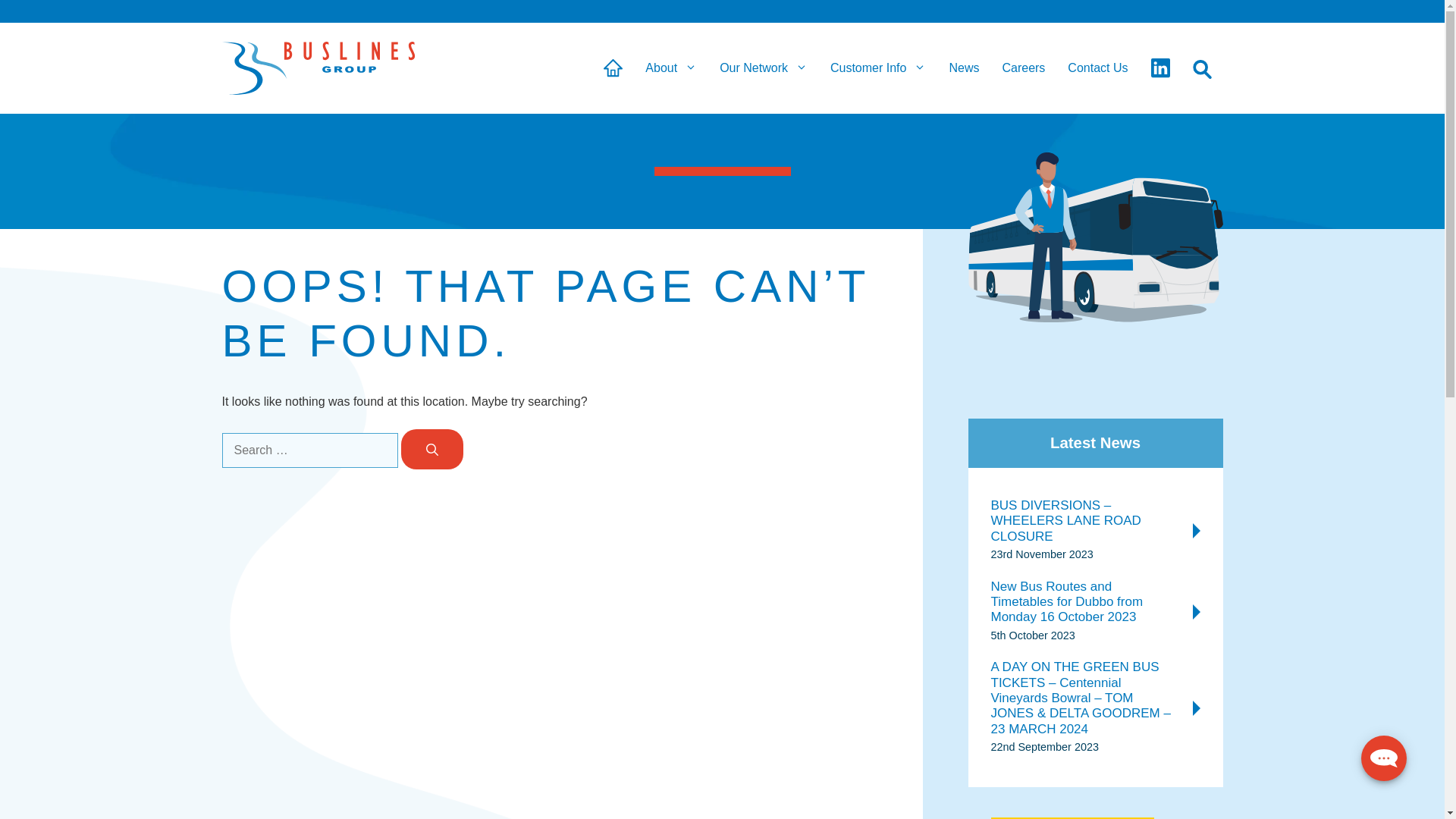 This screenshot has height=819, width=1456. Describe the element at coordinates (1097, 67) in the screenshot. I see `'Contact Us'` at that location.